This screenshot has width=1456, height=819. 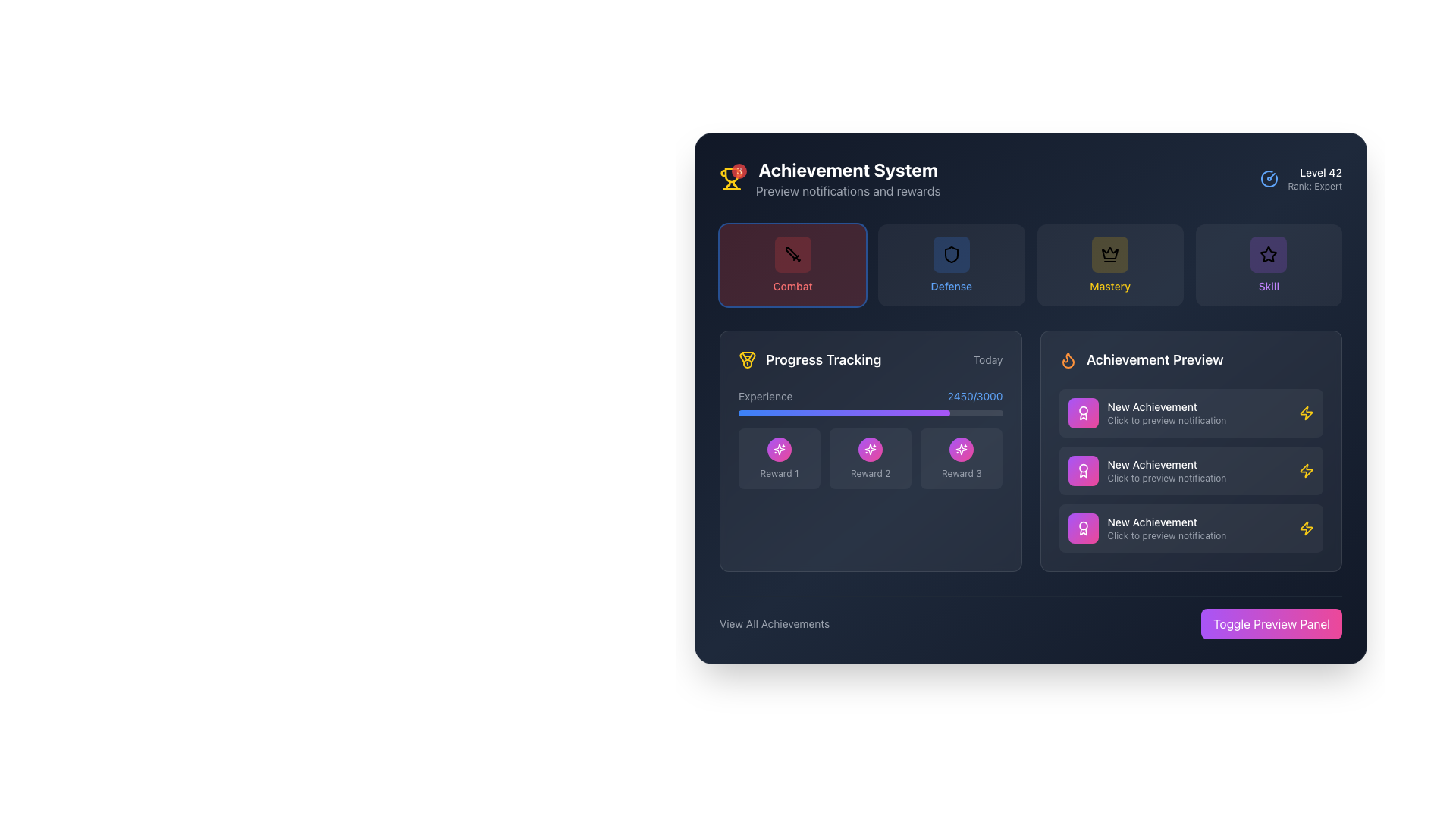 I want to click on the star-shaped icon in the top-right quadrant of the interface, which symbolizes a feature or achievement associated with the Skill section, so click(x=1269, y=253).